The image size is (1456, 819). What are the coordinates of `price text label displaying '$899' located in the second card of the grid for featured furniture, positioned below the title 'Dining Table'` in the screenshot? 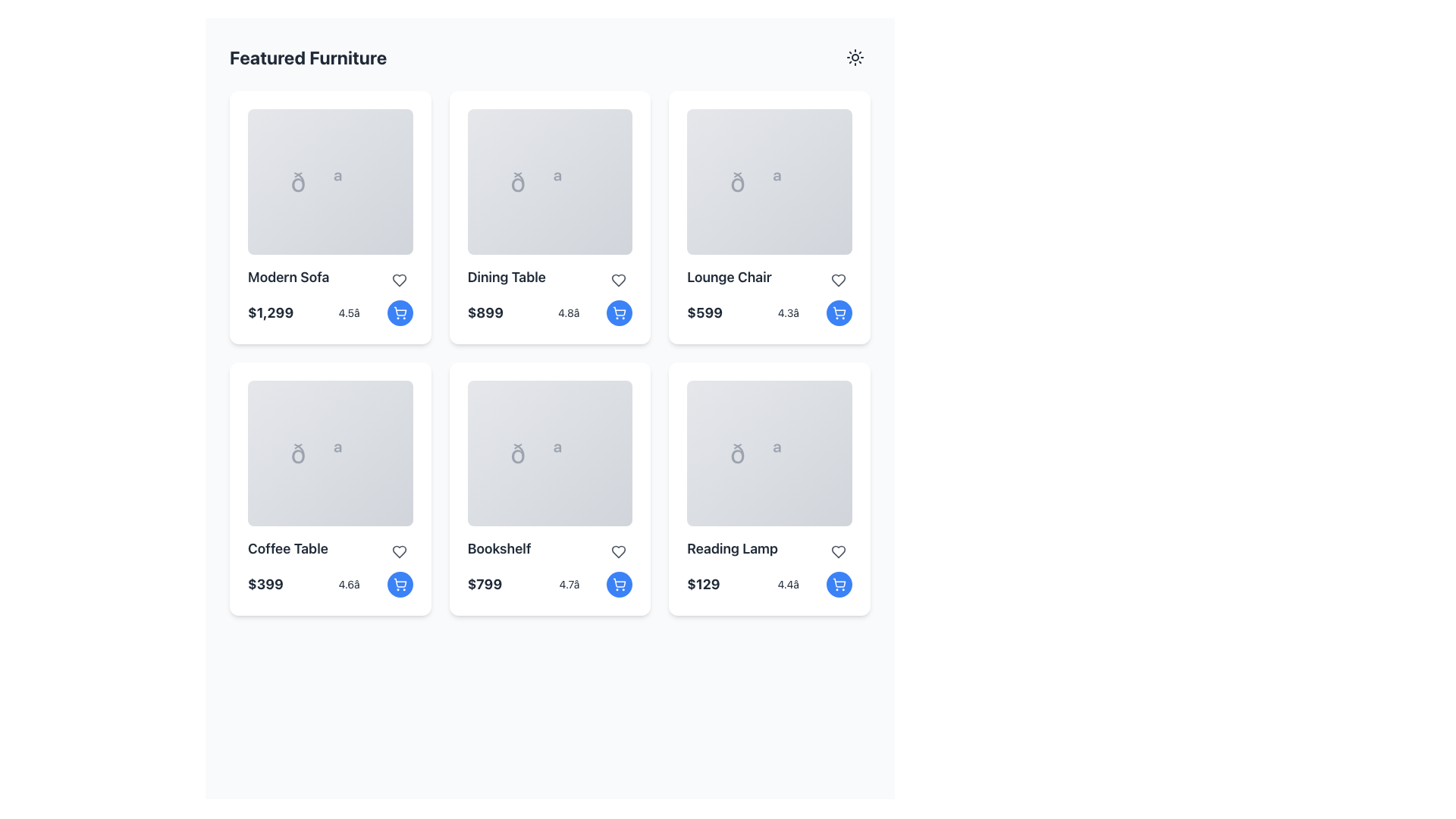 It's located at (485, 312).